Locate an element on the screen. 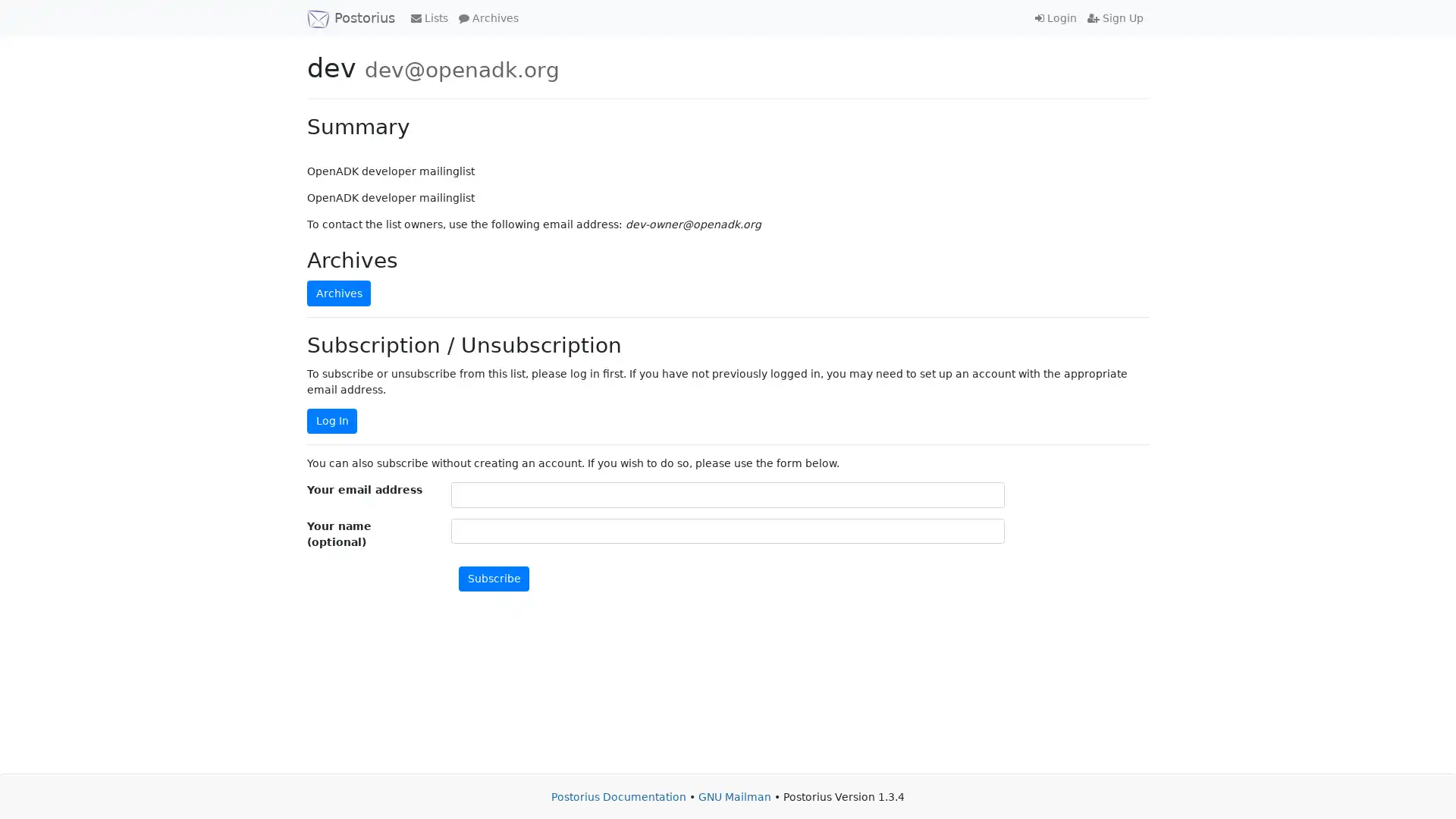  Subscribe is located at coordinates (494, 579).